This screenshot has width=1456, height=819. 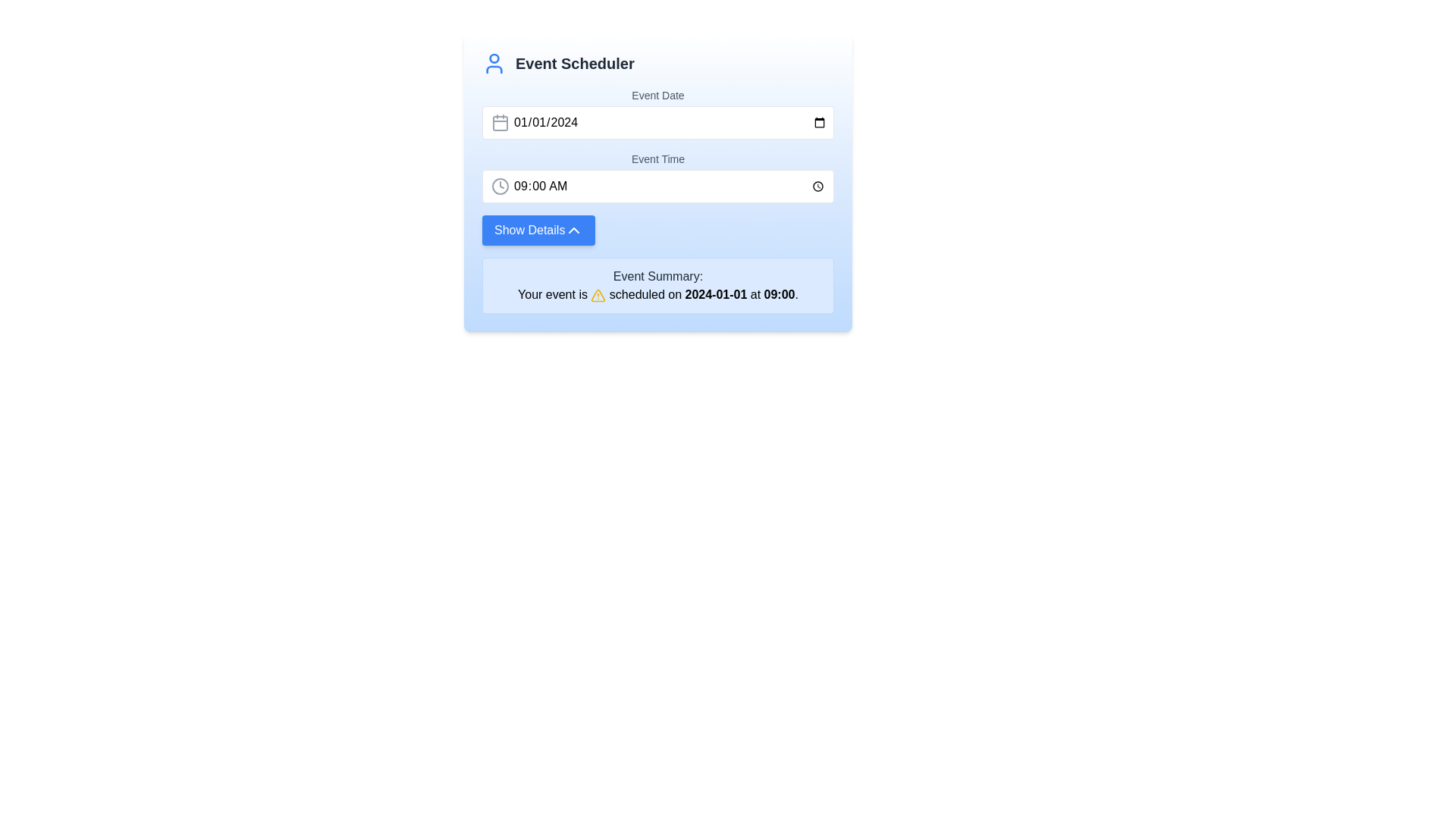 What do you see at coordinates (574, 63) in the screenshot?
I see `the header text label displaying 'Event Scheduler', which is bold and prominently styled in dark gray, positioned at the top-right of the interface` at bounding box center [574, 63].